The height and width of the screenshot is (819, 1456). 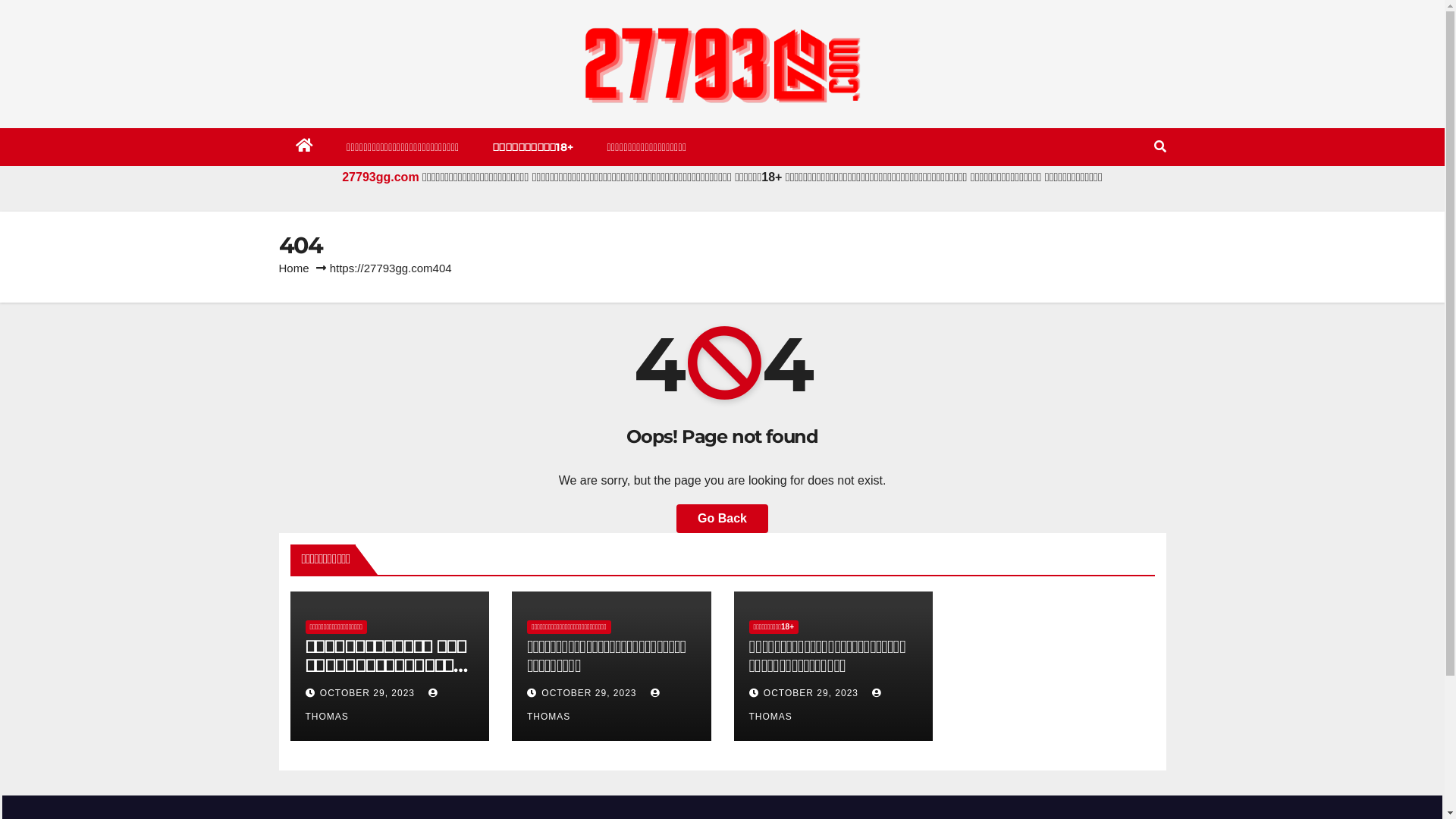 I want to click on 'OCTOBER 29, 2023', so click(x=369, y=693).